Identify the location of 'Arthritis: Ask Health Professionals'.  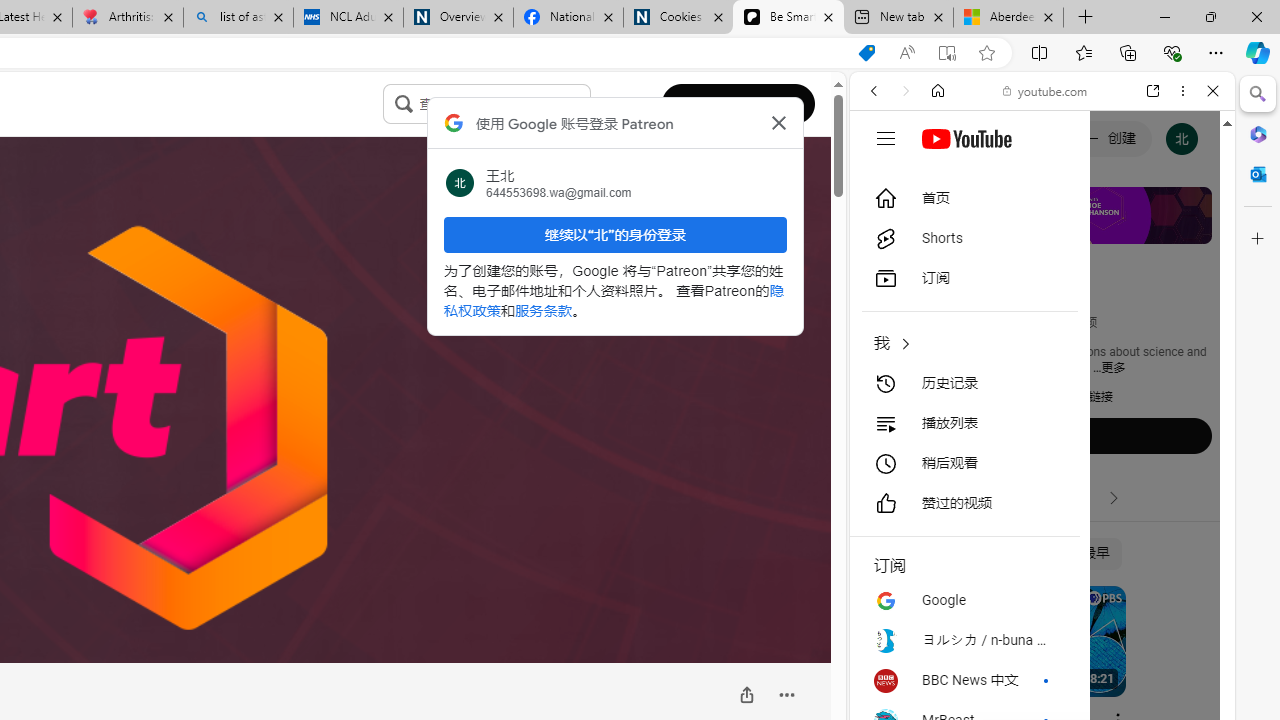
(127, 17).